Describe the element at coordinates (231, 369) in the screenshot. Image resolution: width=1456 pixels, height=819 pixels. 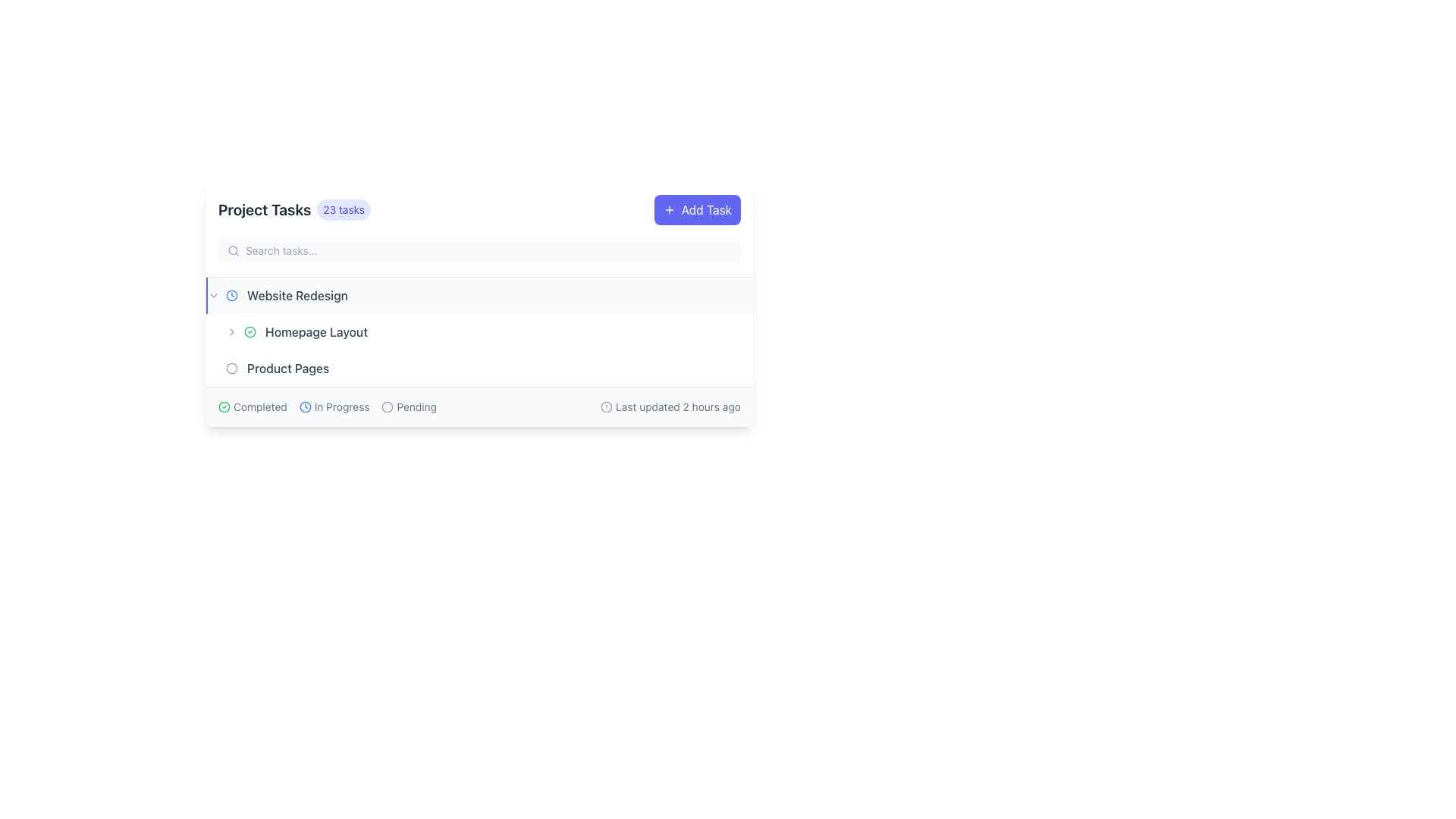
I see `the SVG circle element that serves as a visual indicator for the 'Product Pages' task, located to the left of the 'Product Pages' text in the 'Project Tasks' UI section` at that location.